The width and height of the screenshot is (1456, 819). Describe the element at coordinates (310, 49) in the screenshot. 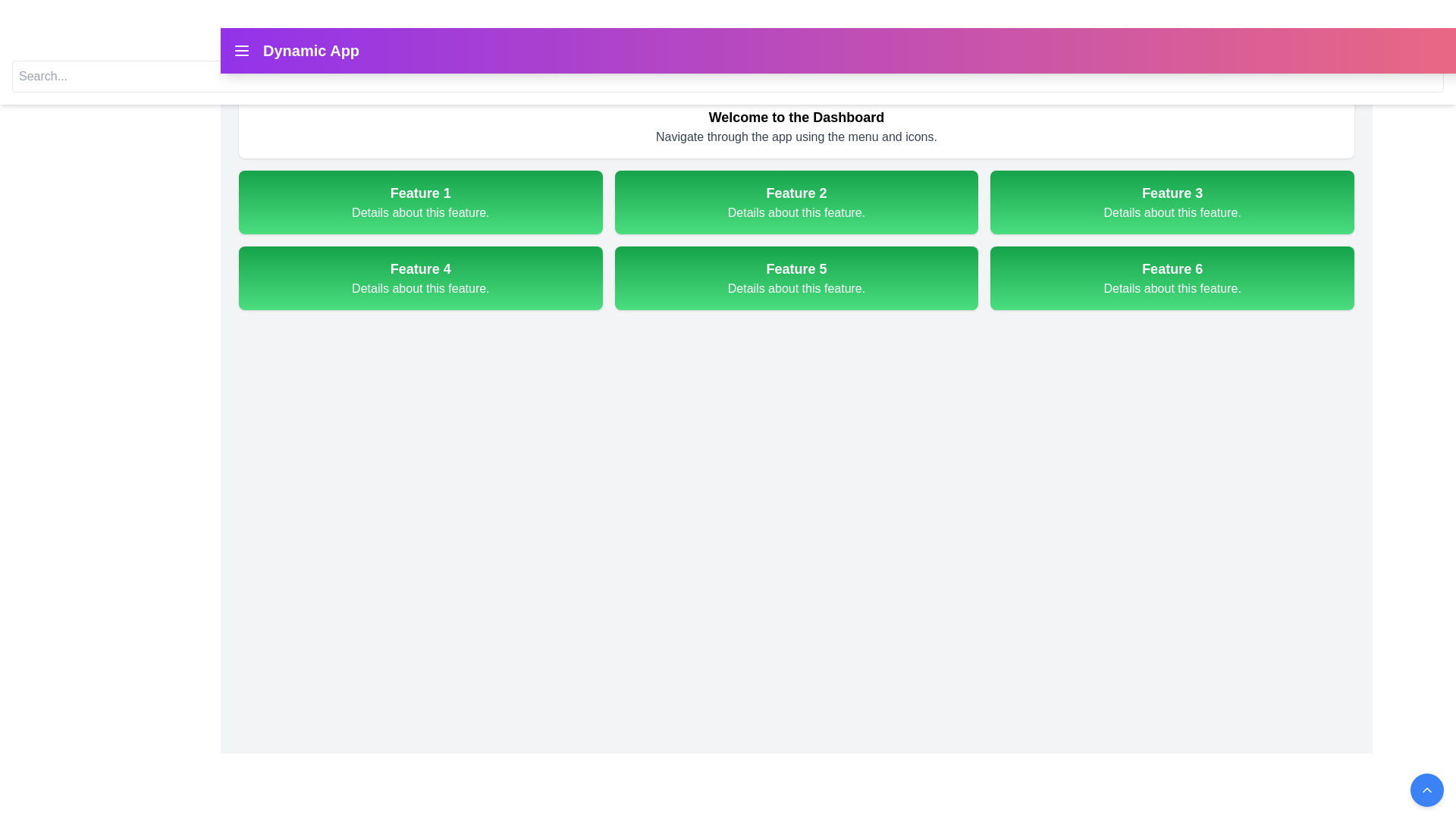

I see `the static text displaying the application name, which is centrally aligned in the purple header bar at the top of the page` at that location.